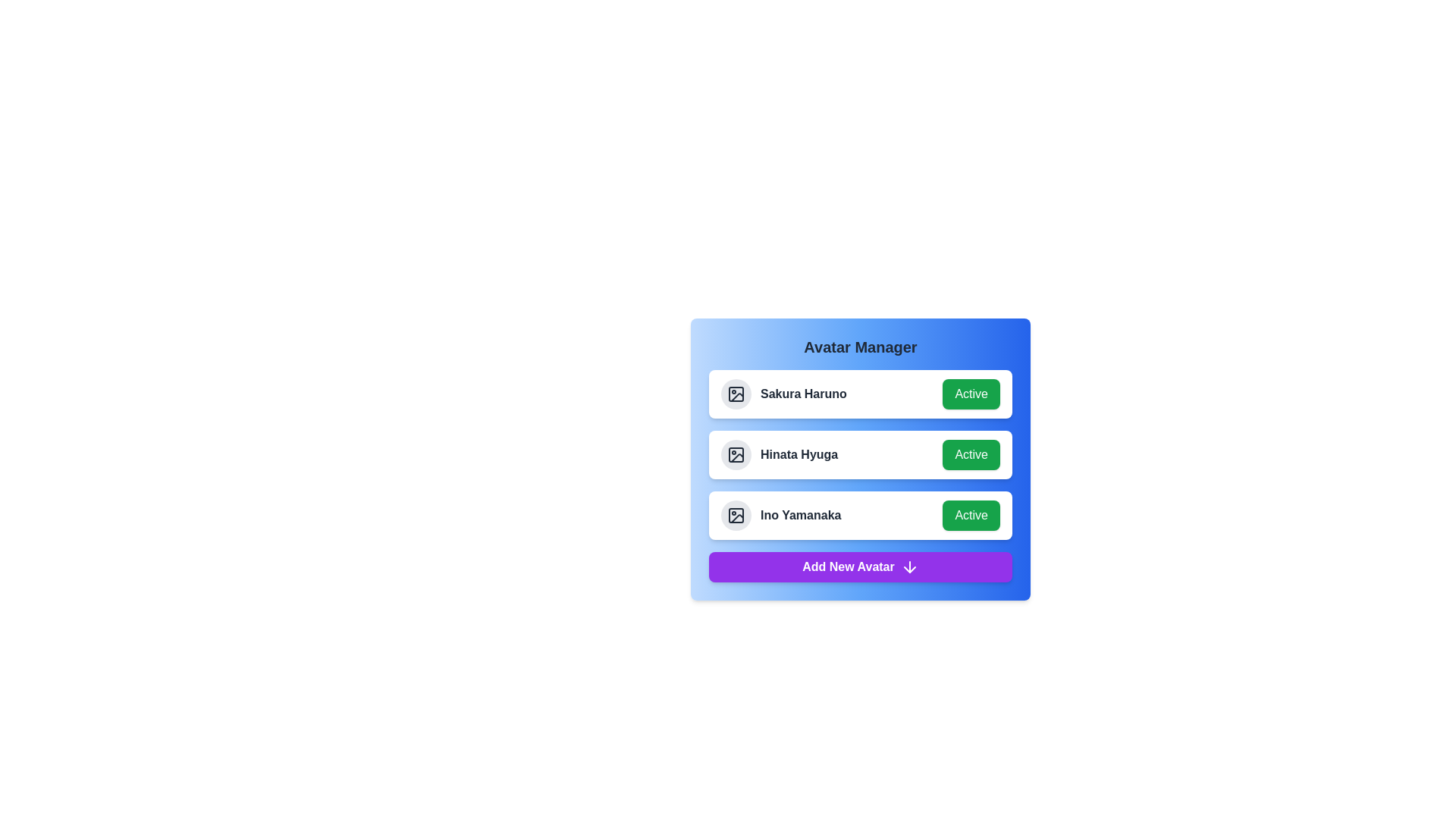  Describe the element at coordinates (971, 514) in the screenshot. I see `the button` at that location.